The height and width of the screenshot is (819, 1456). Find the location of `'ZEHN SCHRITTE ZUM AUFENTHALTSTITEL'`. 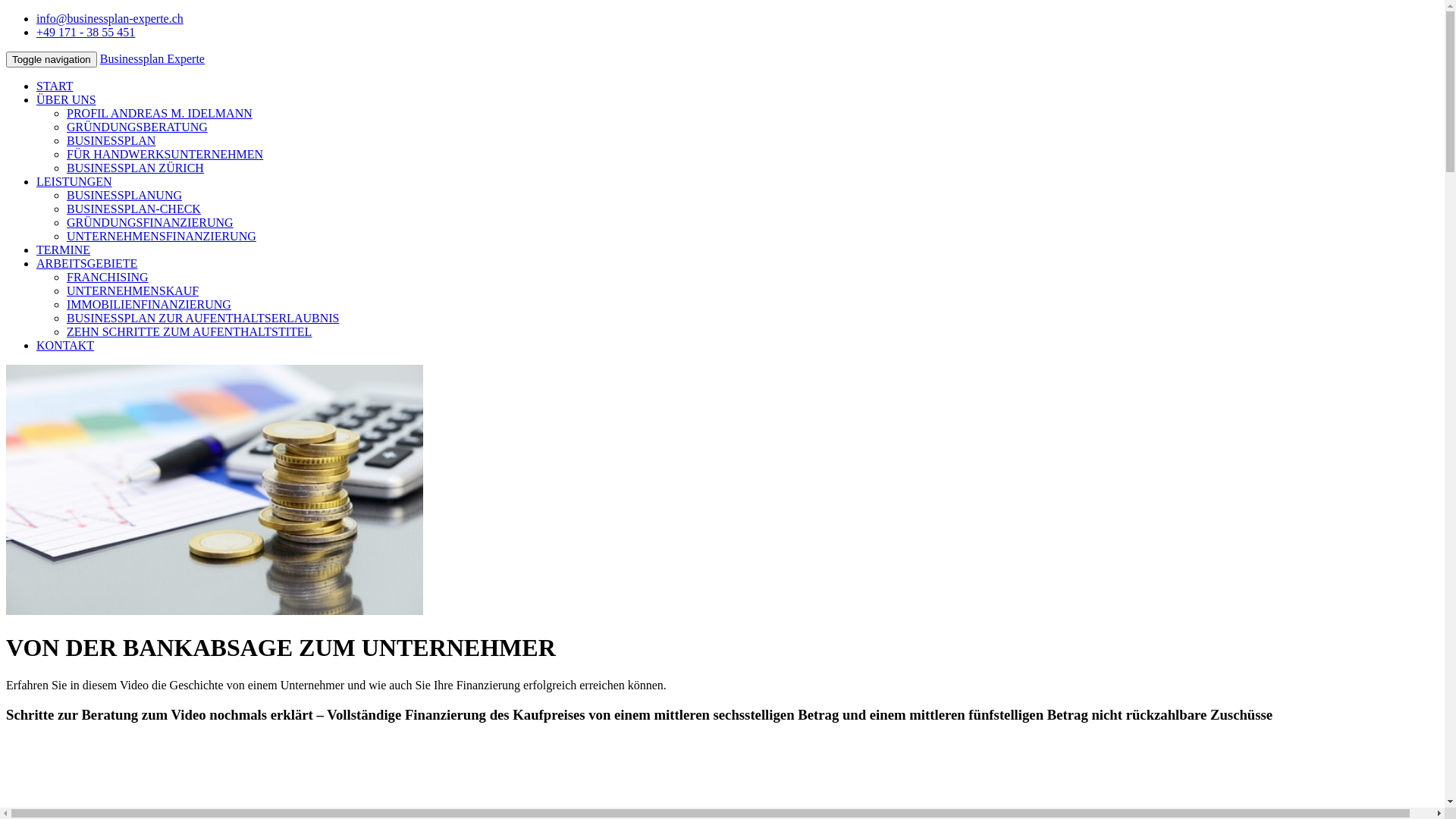

'ZEHN SCHRITTE ZUM AUFENTHALTSTITEL' is located at coordinates (188, 331).